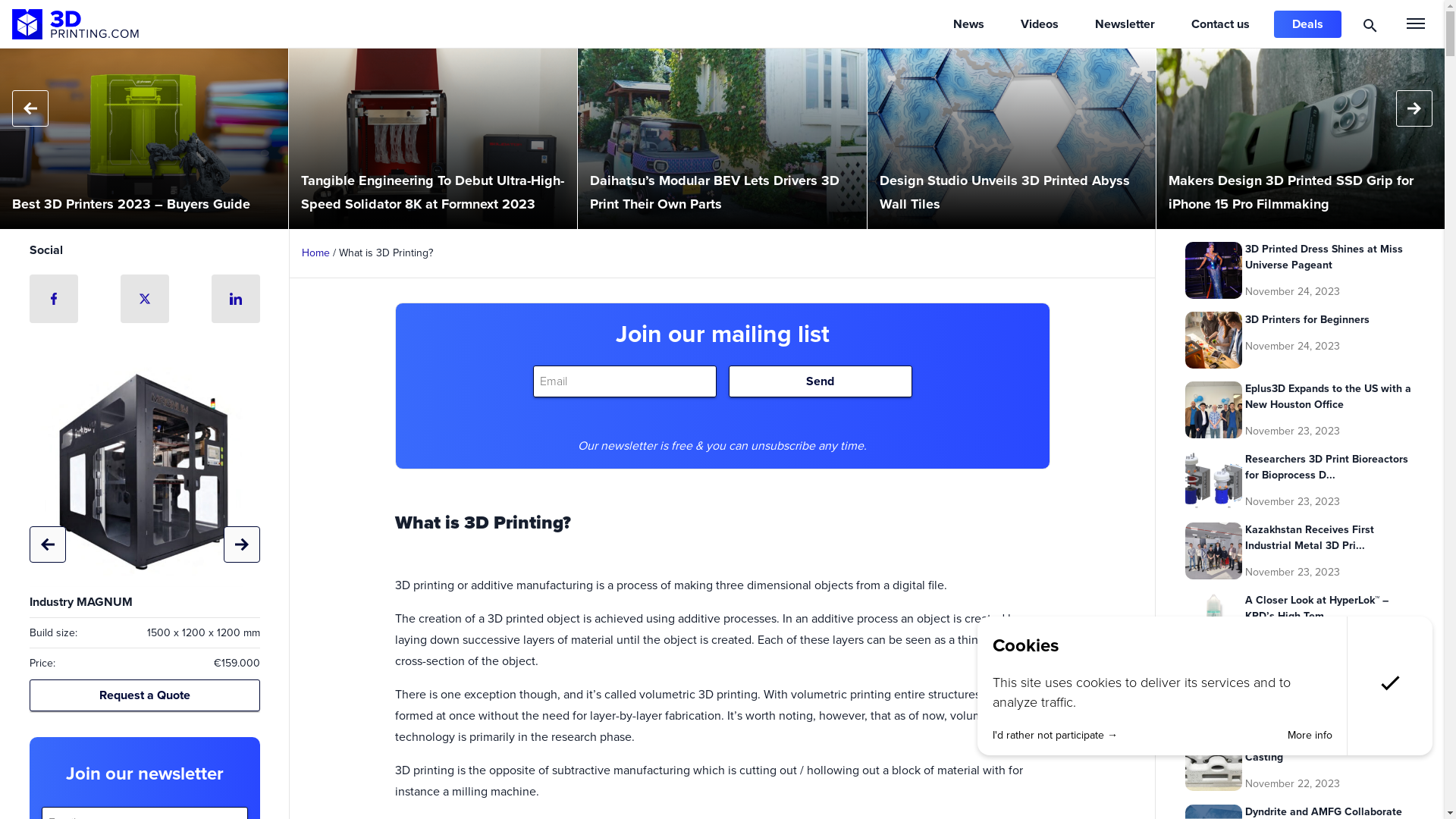  I want to click on 'Request a Quote', so click(144, 695).